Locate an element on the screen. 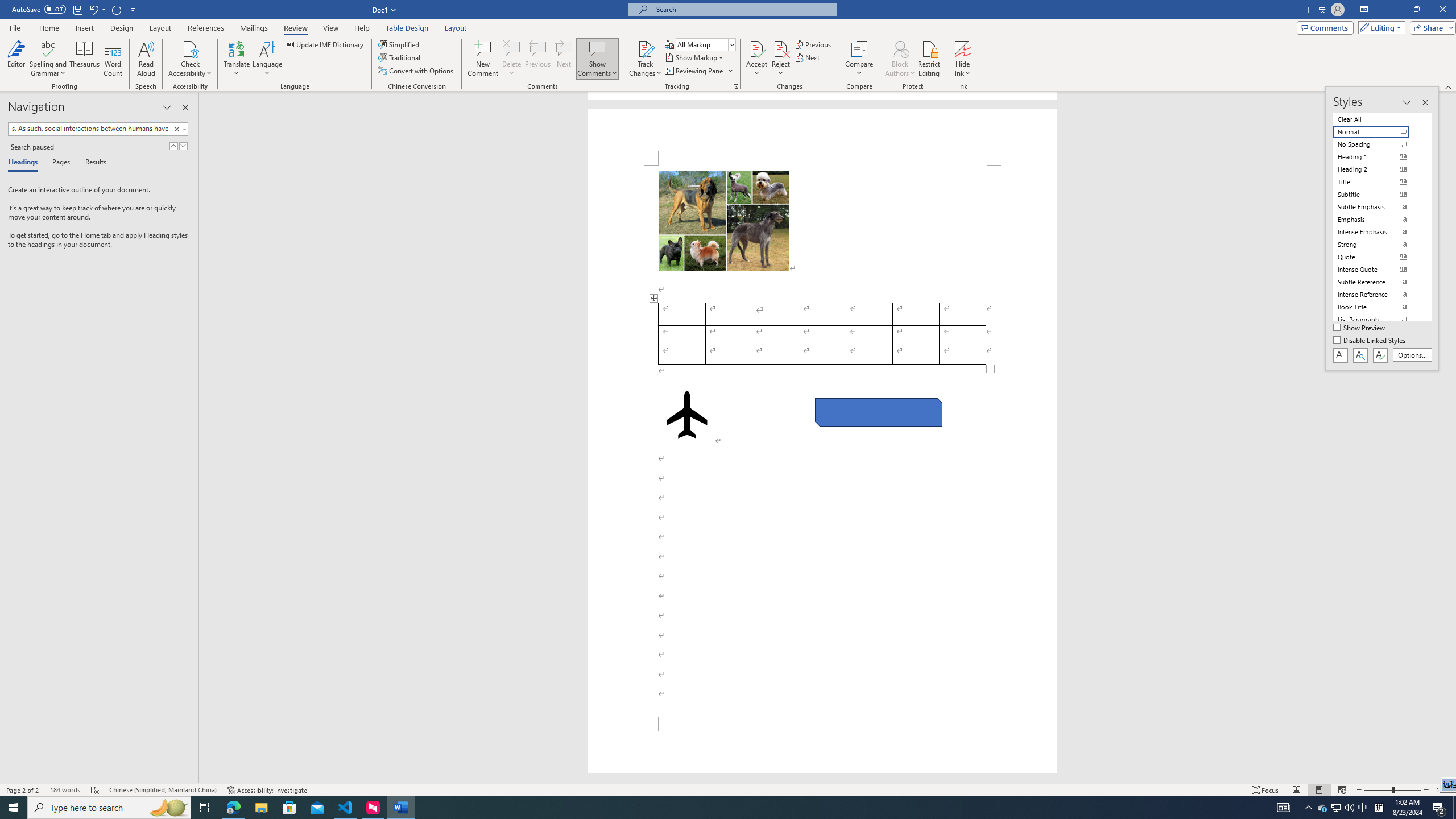  'Quote' is located at coordinates (1378, 257).